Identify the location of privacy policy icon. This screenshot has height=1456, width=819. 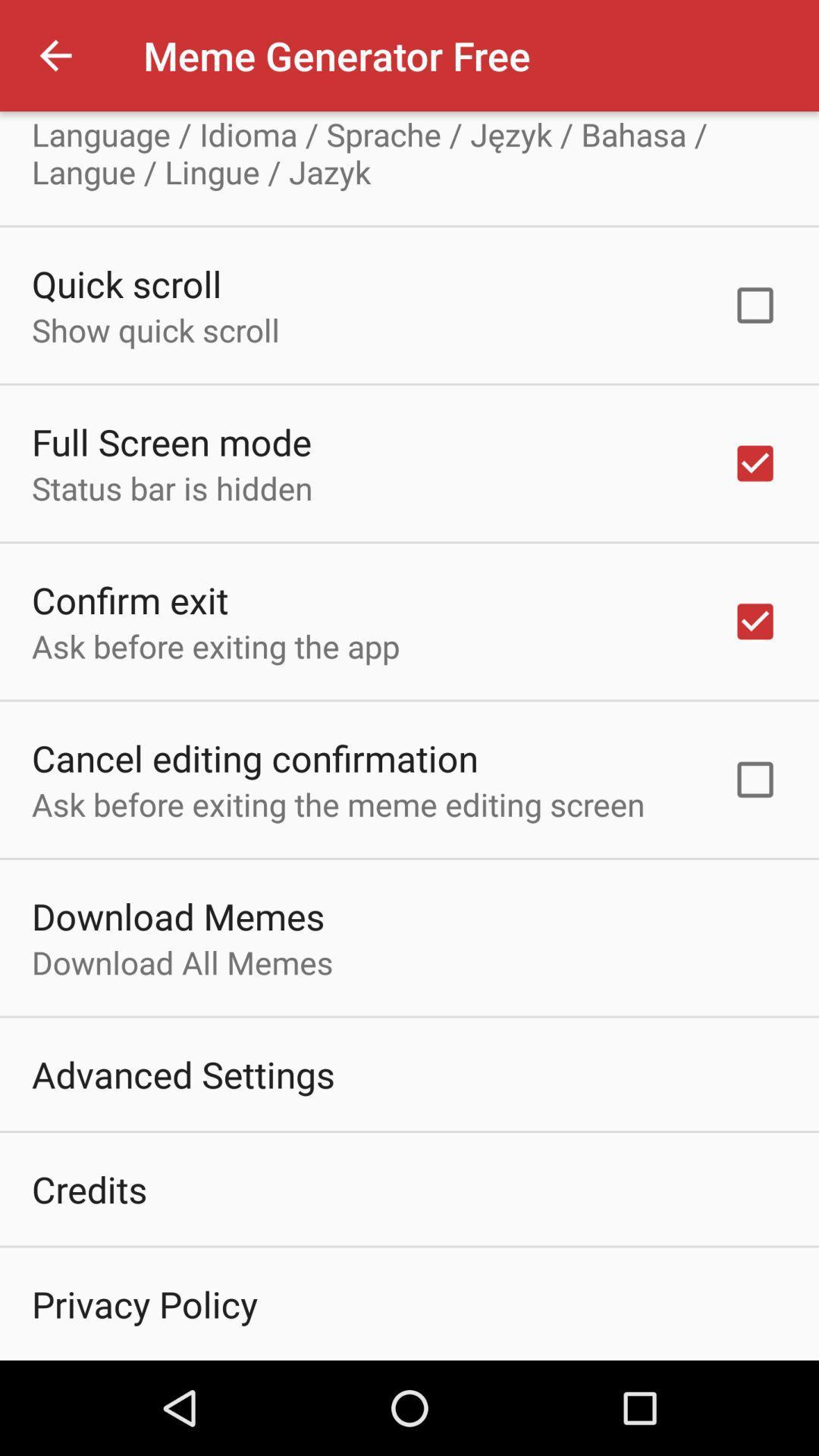
(144, 1303).